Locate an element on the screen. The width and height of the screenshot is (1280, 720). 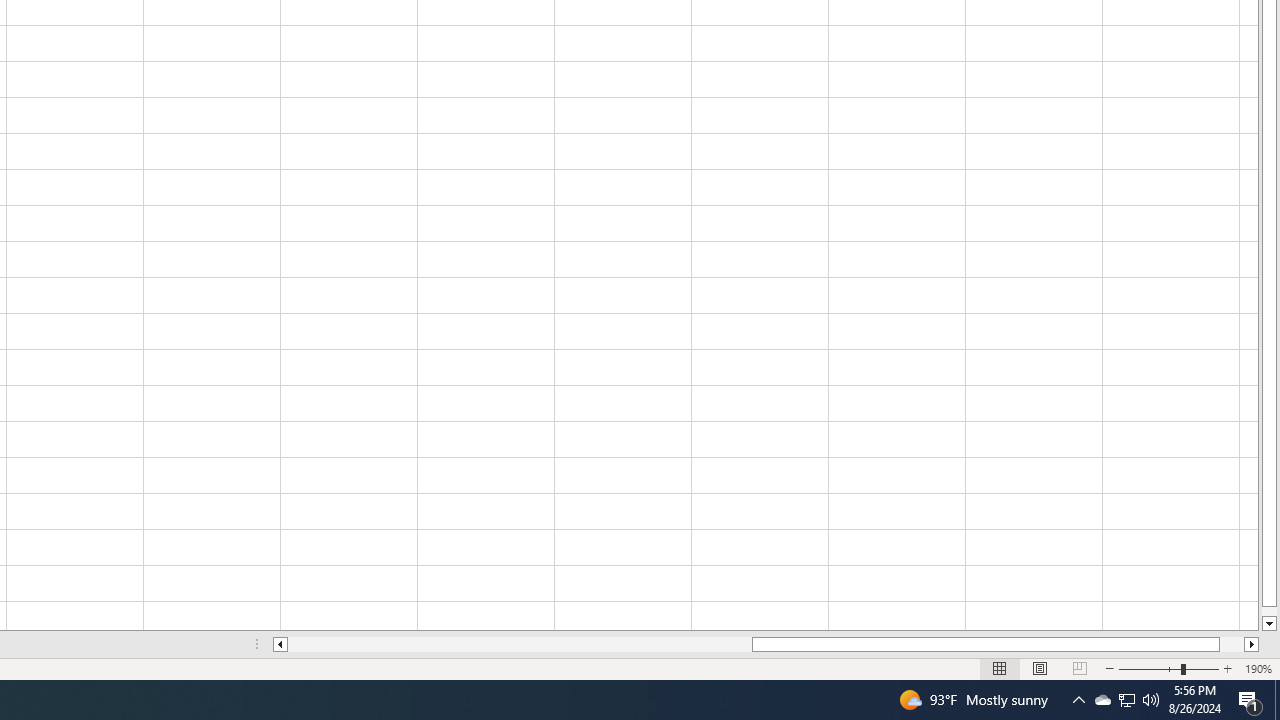
'Zoom In' is located at coordinates (1226, 669).